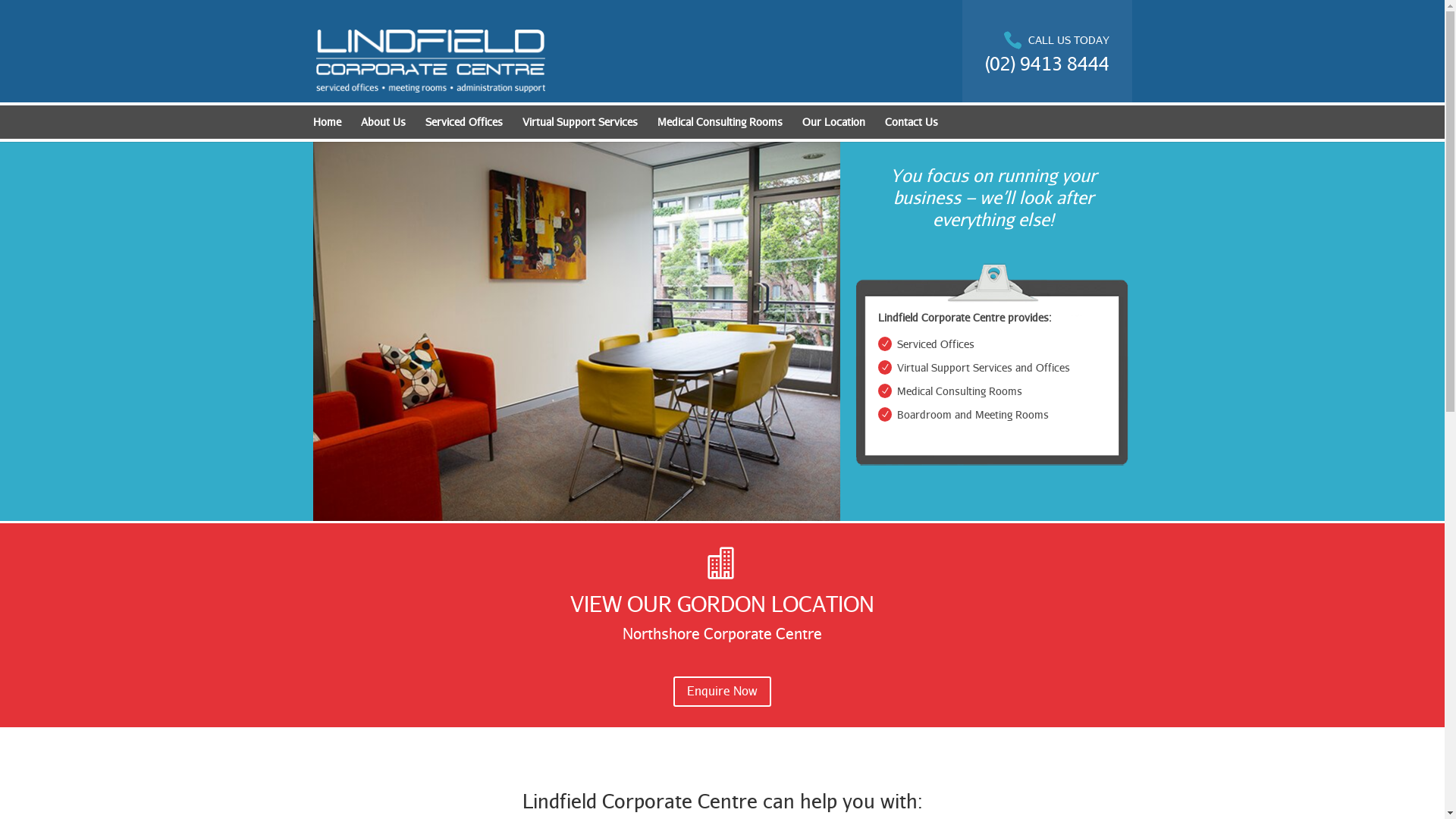 This screenshot has width=1456, height=819. What do you see at coordinates (721, 602) in the screenshot?
I see `'VIEW OUR GORDON LOCATION'` at bounding box center [721, 602].